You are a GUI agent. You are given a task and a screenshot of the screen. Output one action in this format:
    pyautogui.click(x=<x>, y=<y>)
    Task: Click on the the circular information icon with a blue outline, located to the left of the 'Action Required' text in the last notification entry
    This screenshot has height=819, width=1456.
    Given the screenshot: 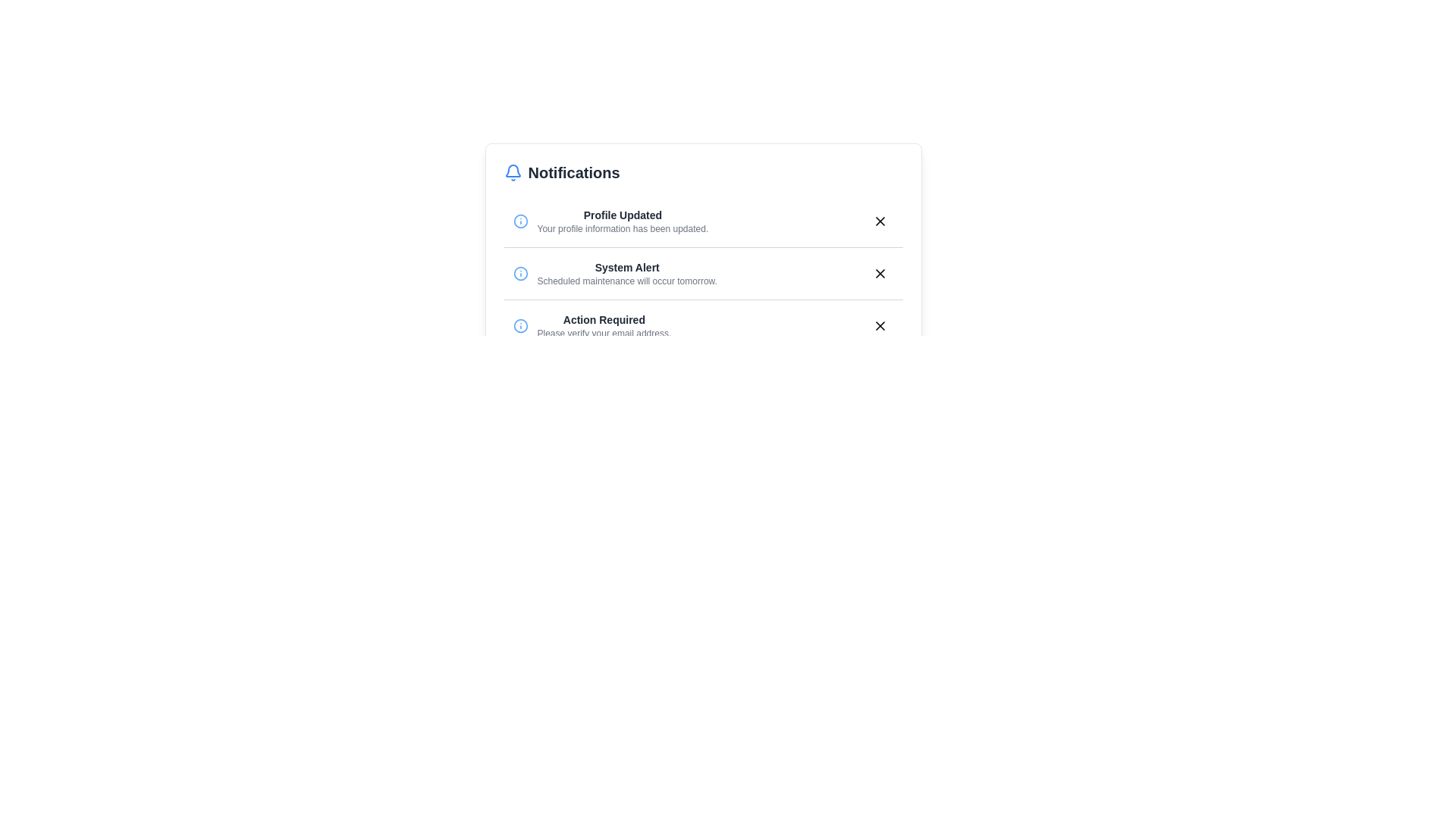 What is the action you would take?
    pyautogui.click(x=520, y=325)
    